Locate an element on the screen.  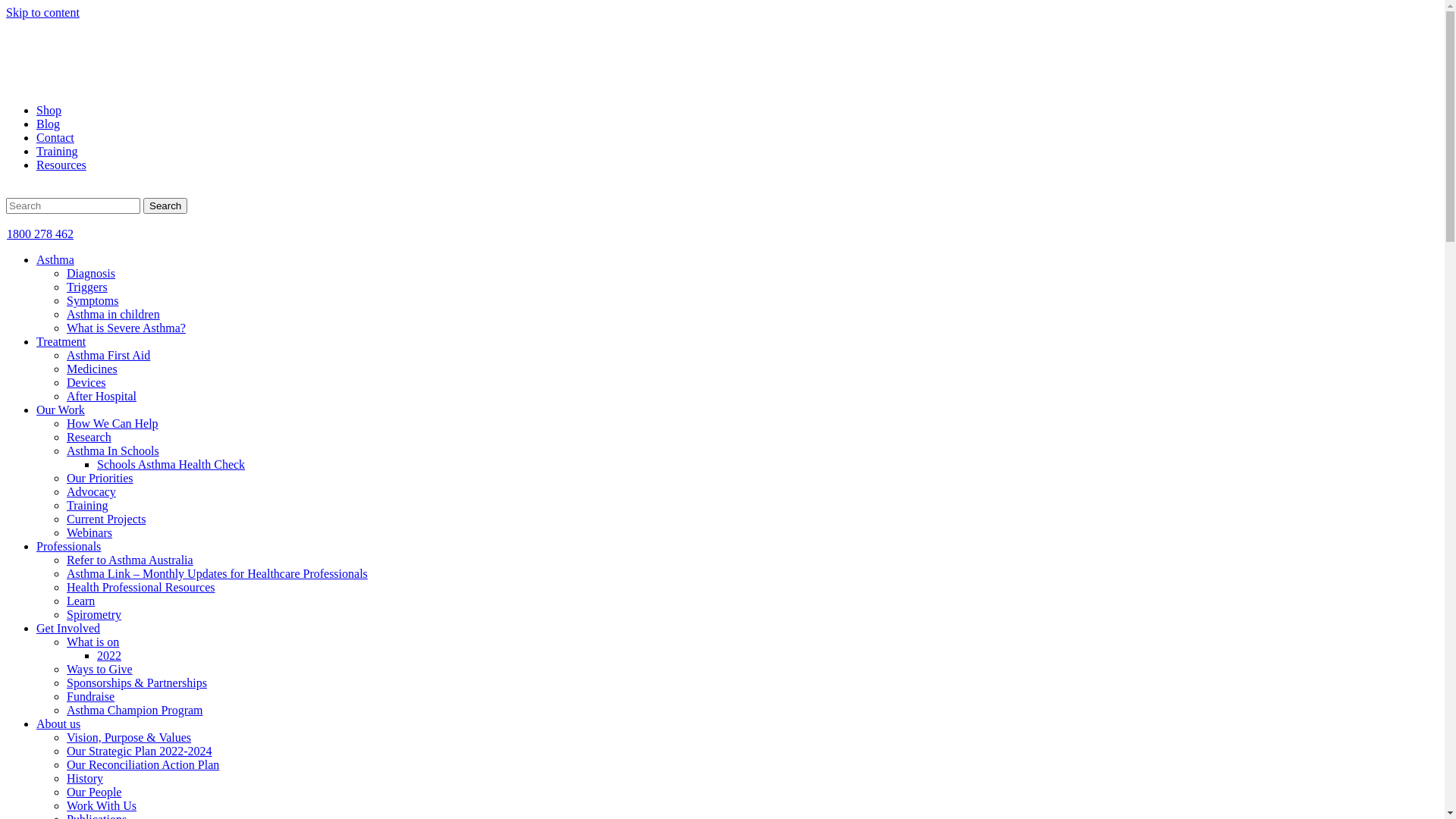
'Advocacy' is located at coordinates (90, 491).